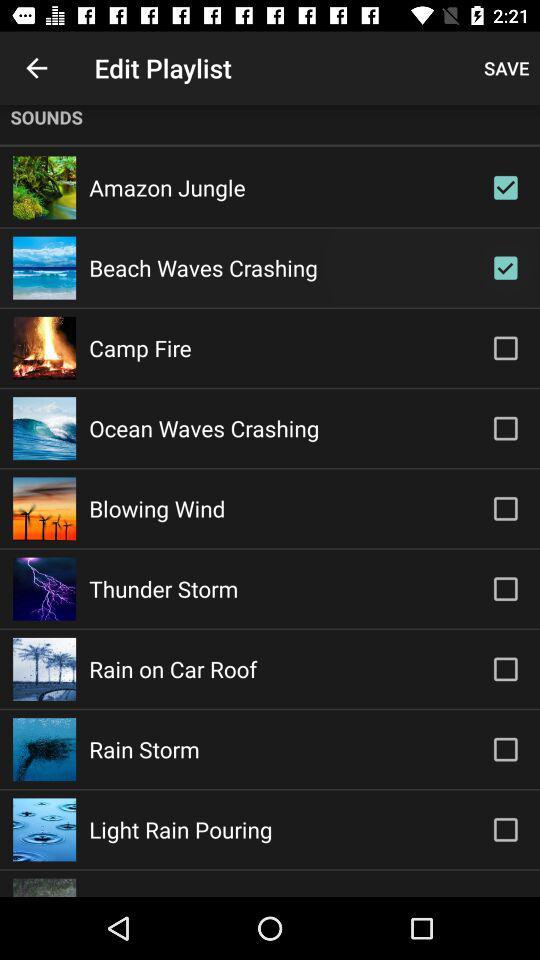 This screenshot has width=540, height=960. What do you see at coordinates (44, 428) in the screenshot?
I see `the image left to ocean waves crashing` at bounding box center [44, 428].